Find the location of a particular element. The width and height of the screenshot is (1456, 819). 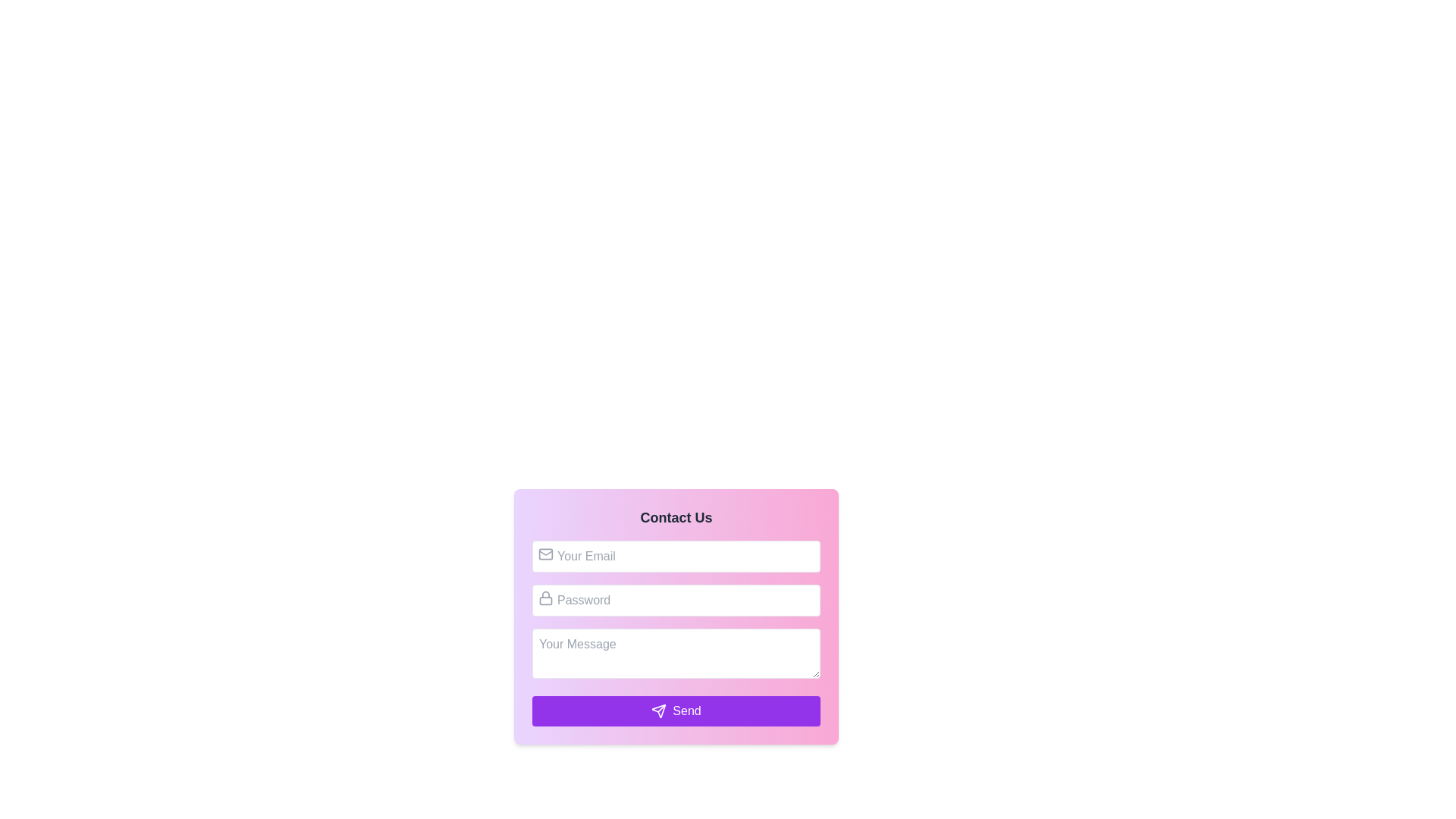

the diagonal line segment of the SVG graphic that is part of the 'Send' button's icon, positioned at the bottom right of the button label text is located at coordinates (662, 708).